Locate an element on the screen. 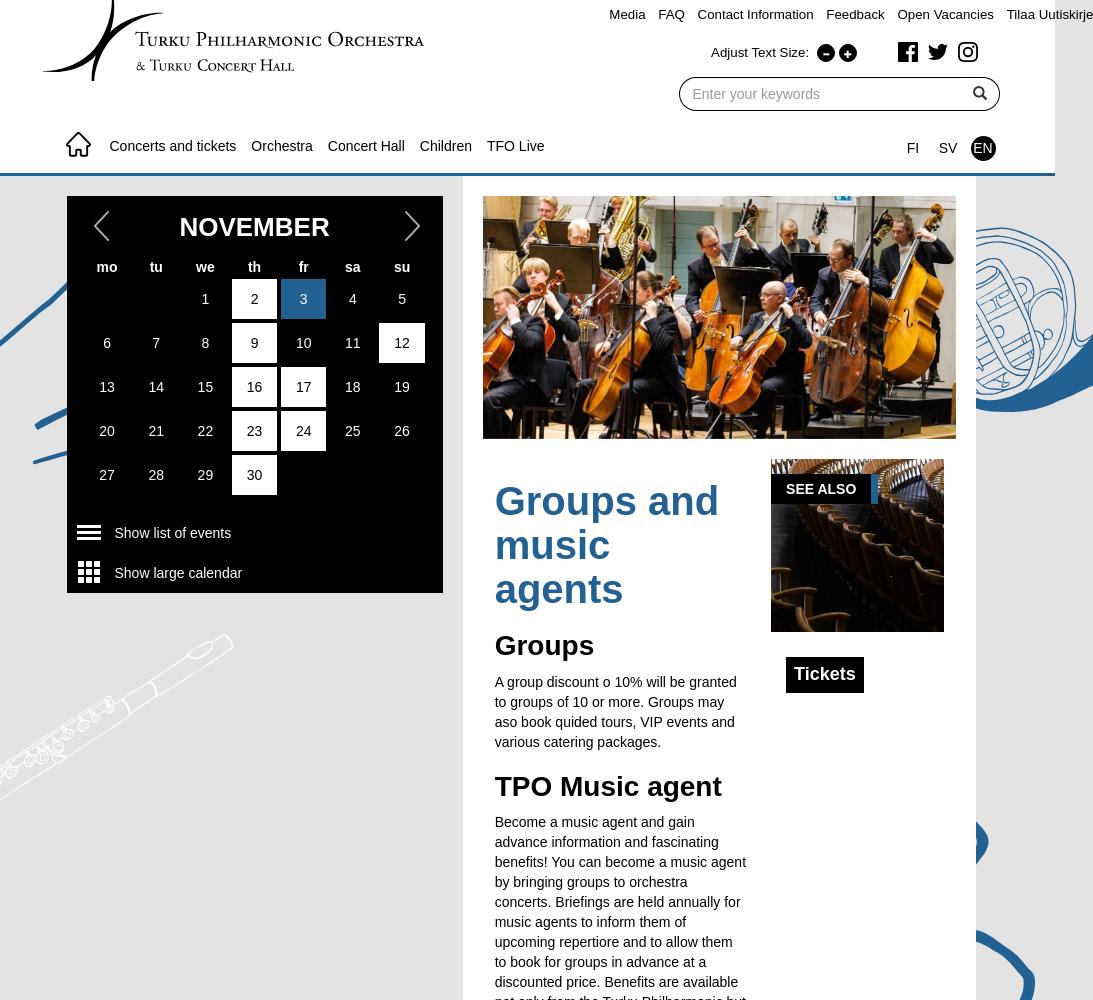  '26' is located at coordinates (400, 430).